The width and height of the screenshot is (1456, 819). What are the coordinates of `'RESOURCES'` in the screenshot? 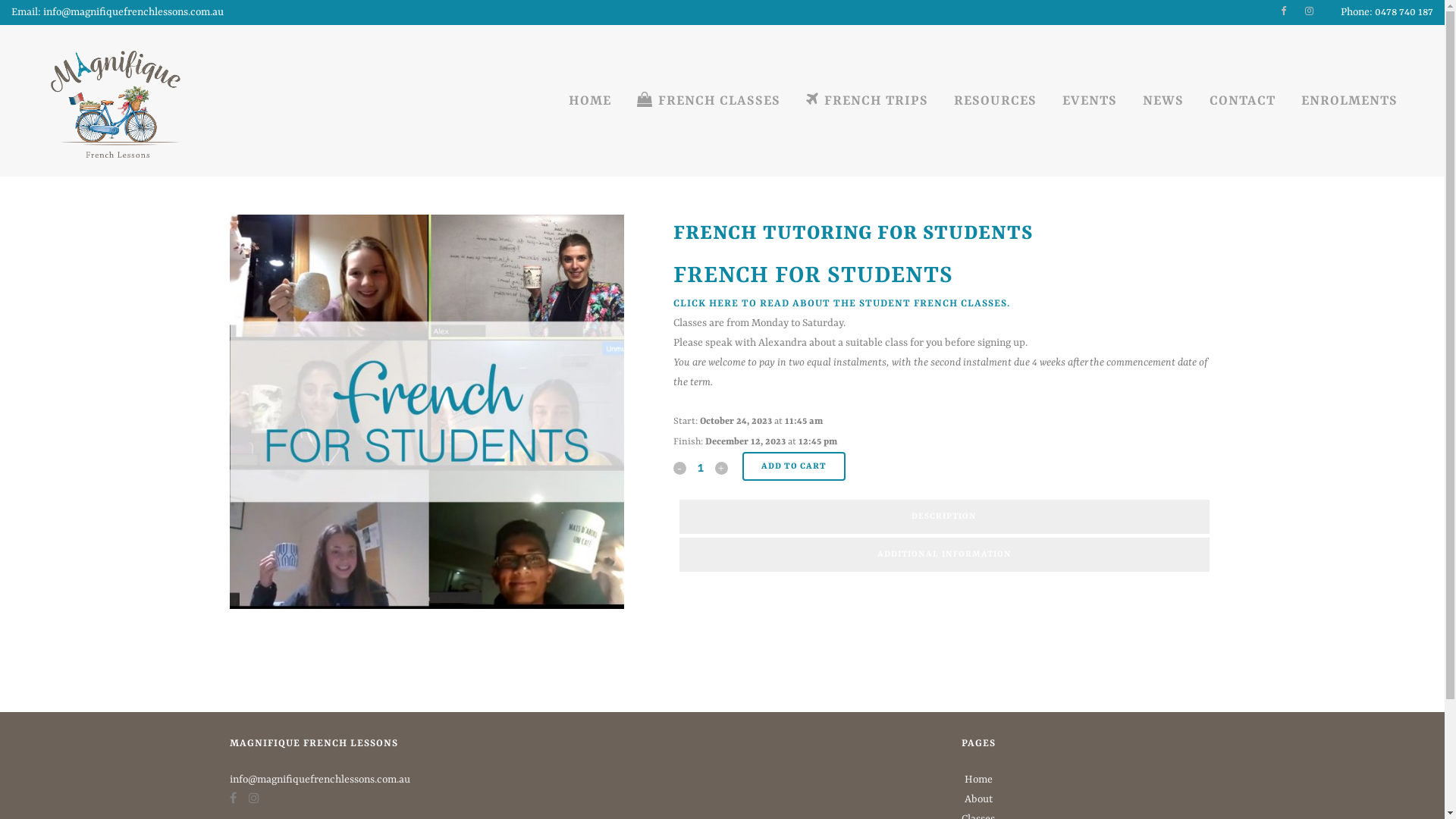 It's located at (995, 100).